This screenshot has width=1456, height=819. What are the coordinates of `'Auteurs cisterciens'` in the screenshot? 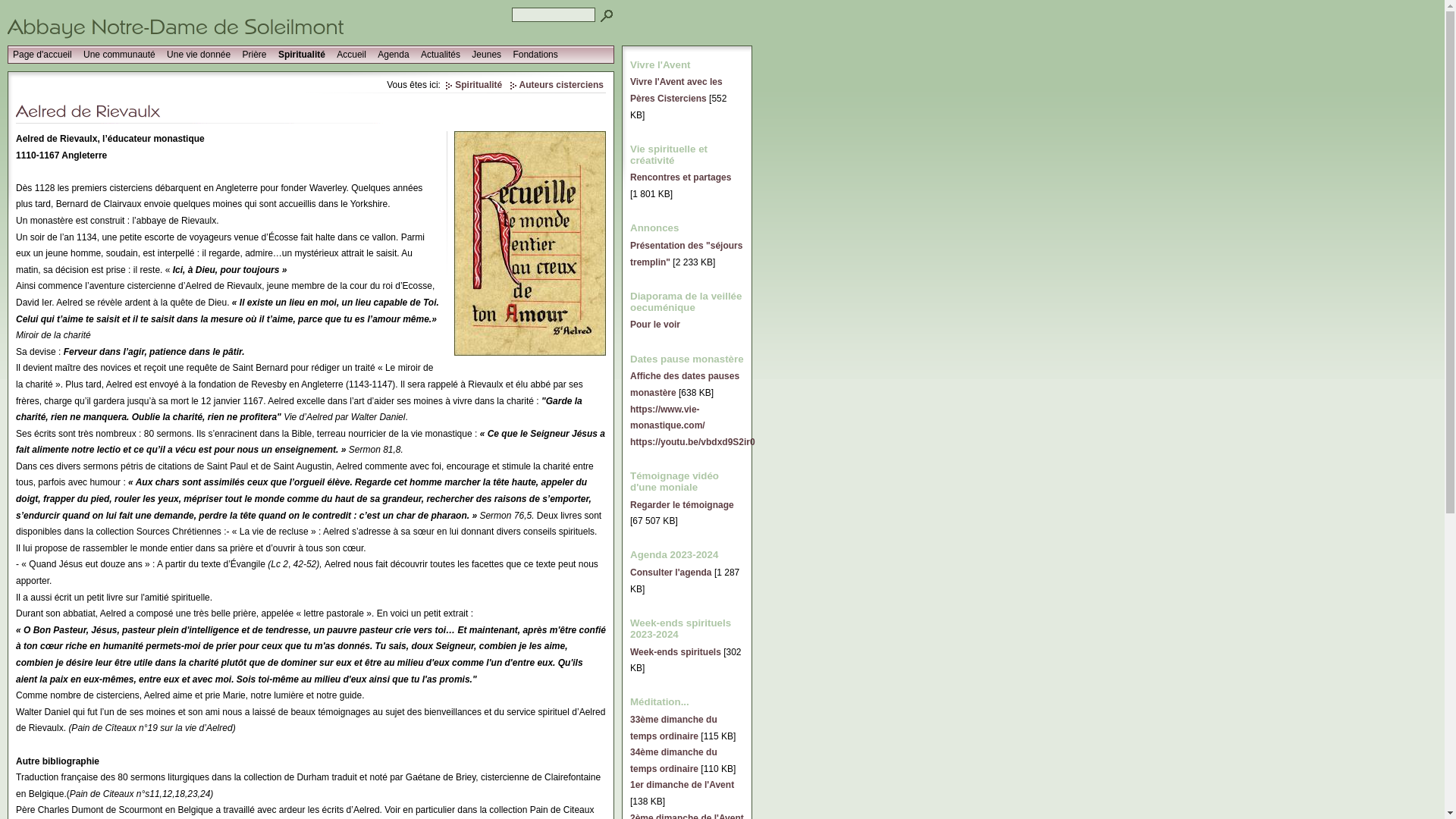 It's located at (556, 84).